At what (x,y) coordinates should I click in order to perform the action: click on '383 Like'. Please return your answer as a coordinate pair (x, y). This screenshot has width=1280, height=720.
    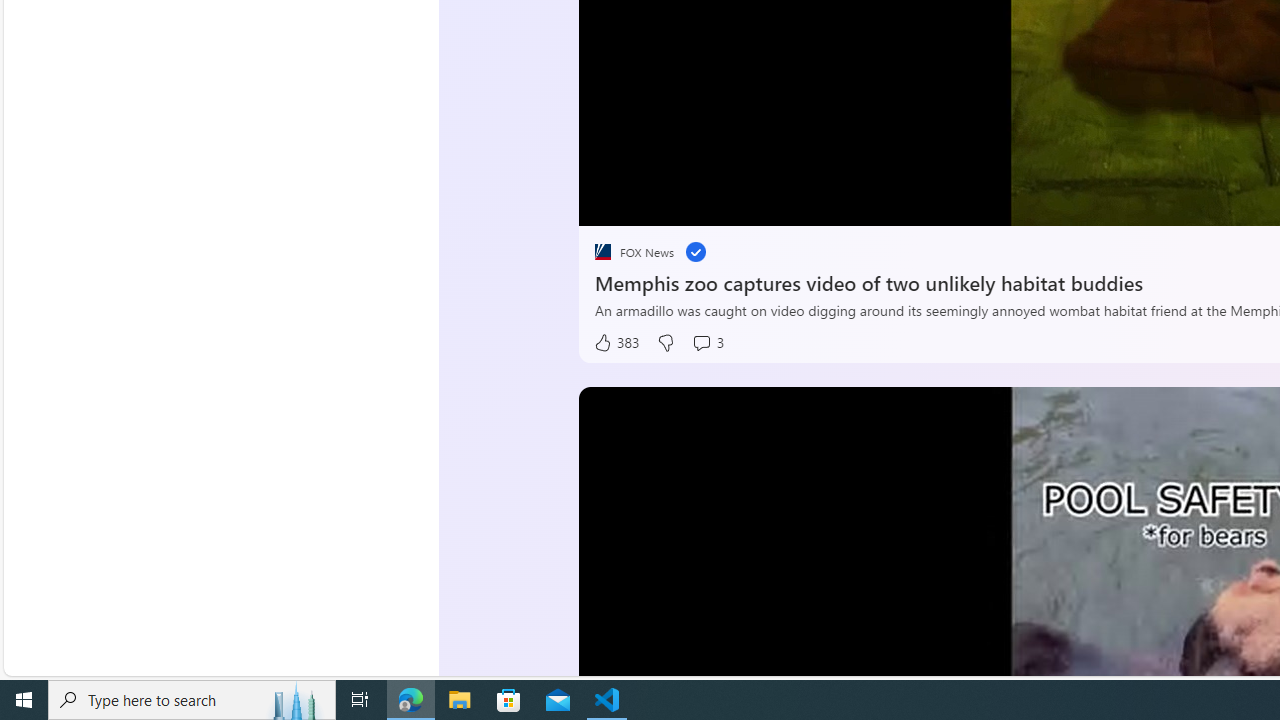
    Looking at the image, I should click on (614, 342).